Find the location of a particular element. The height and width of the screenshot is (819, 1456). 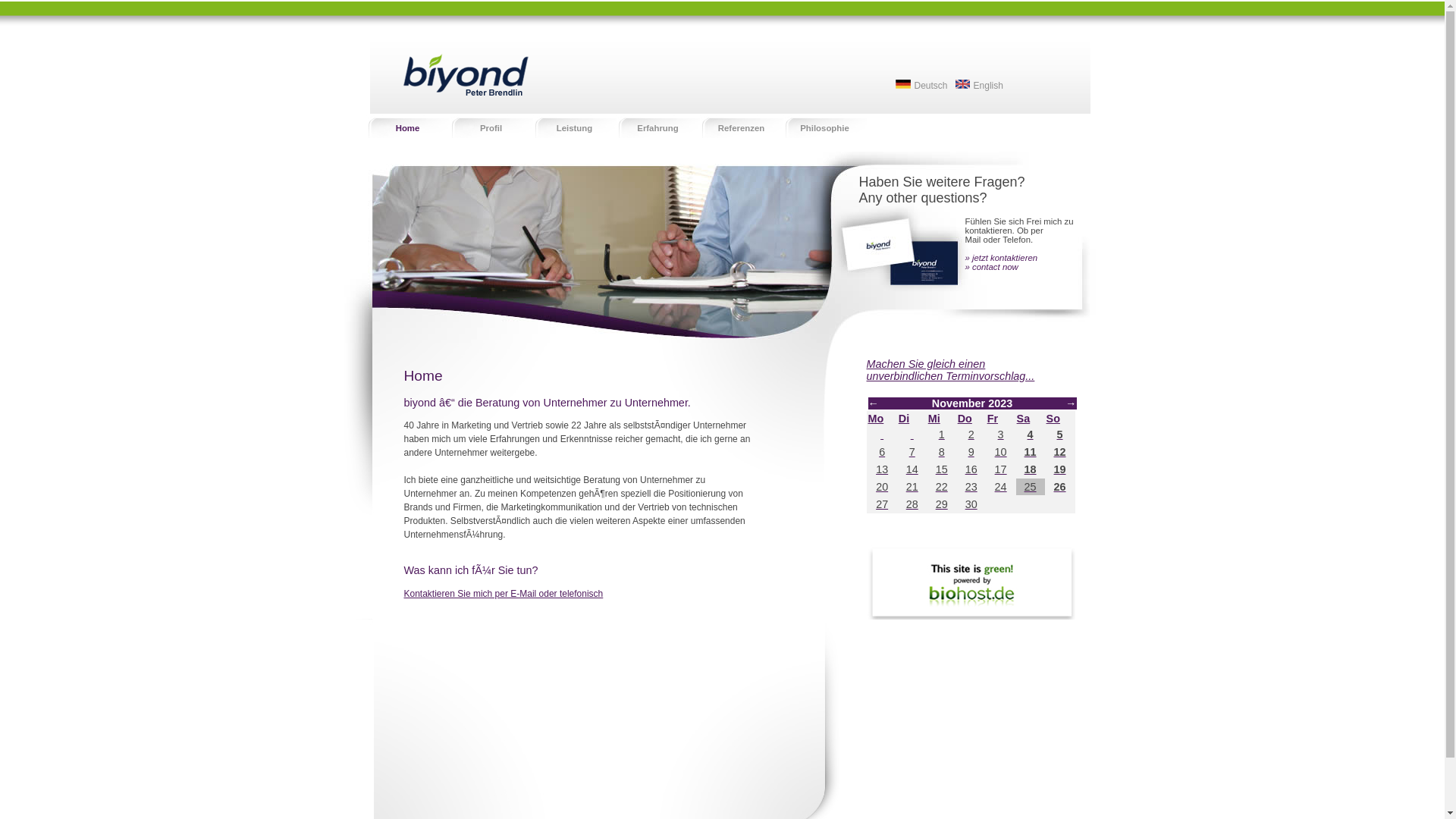

'Philosophie' is located at coordinates (823, 125).